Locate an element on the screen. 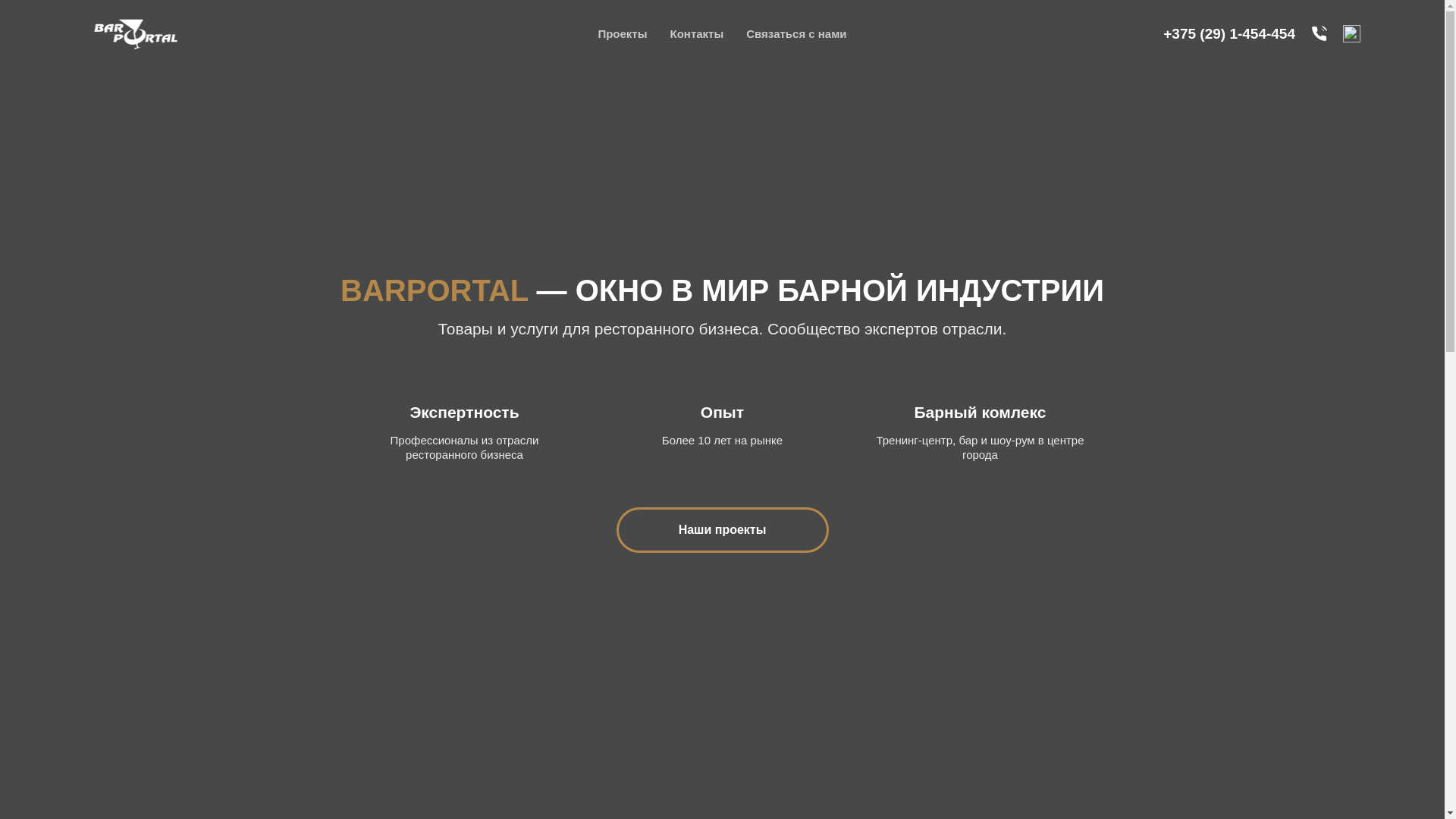  '+375 (29) 1-454-454' is located at coordinates (1154, 33).